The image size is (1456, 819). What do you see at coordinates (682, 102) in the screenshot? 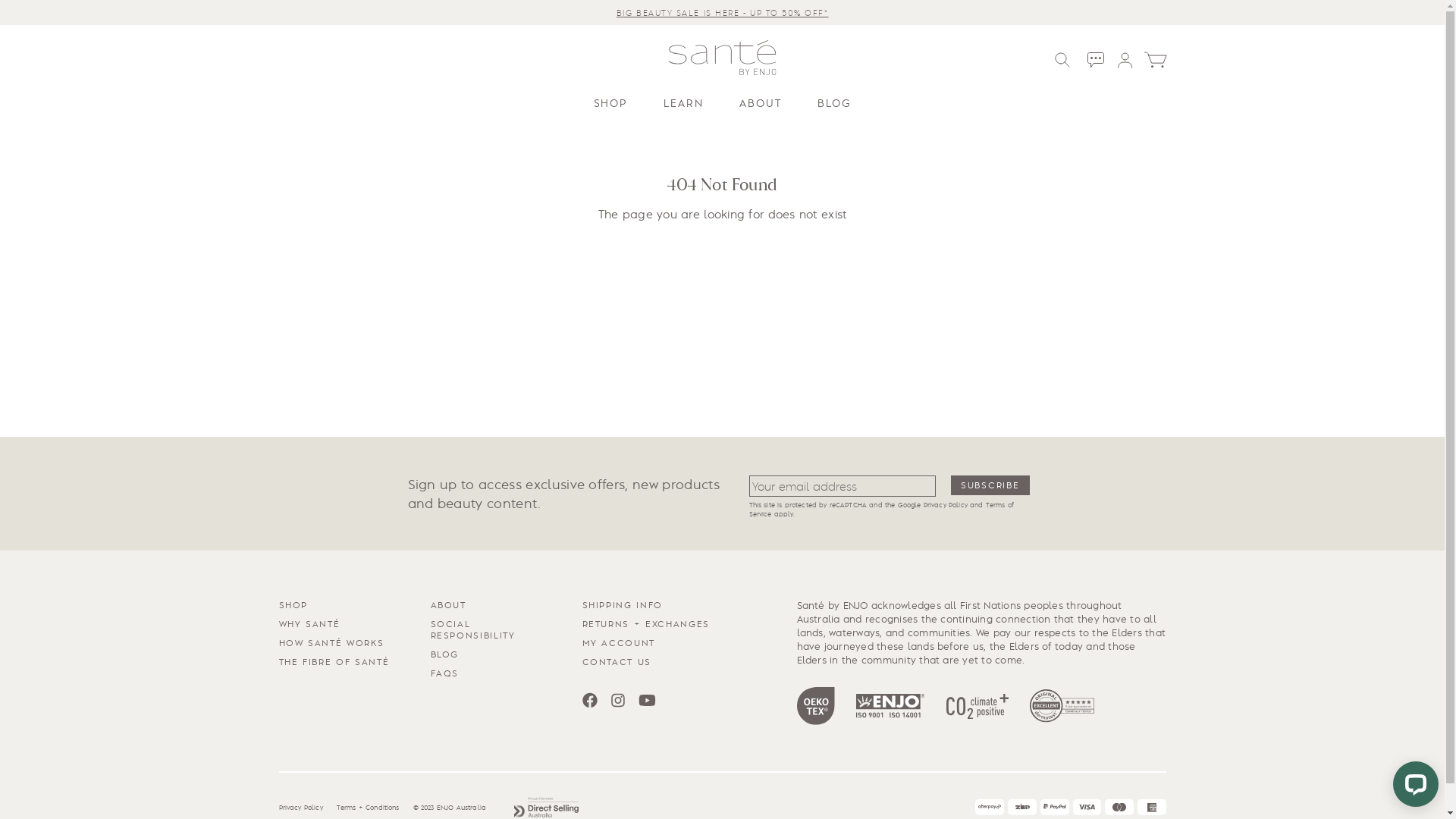
I see `'LEARN'` at bounding box center [682, 102].